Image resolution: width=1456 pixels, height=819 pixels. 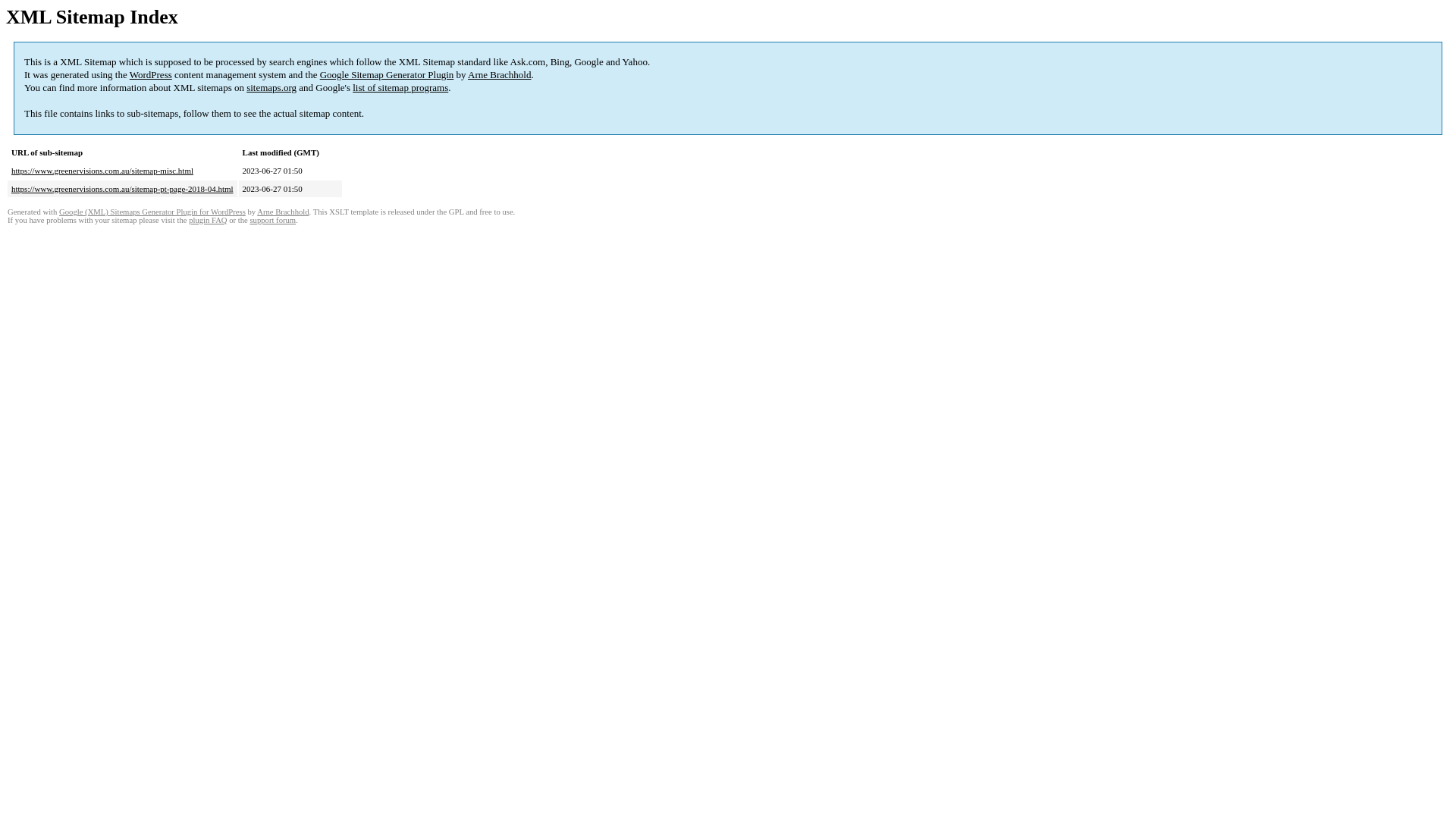 I want to click on 'Google (XML) Sitemaps Generator Plugin for WordPress', so click(x=152, y=212).